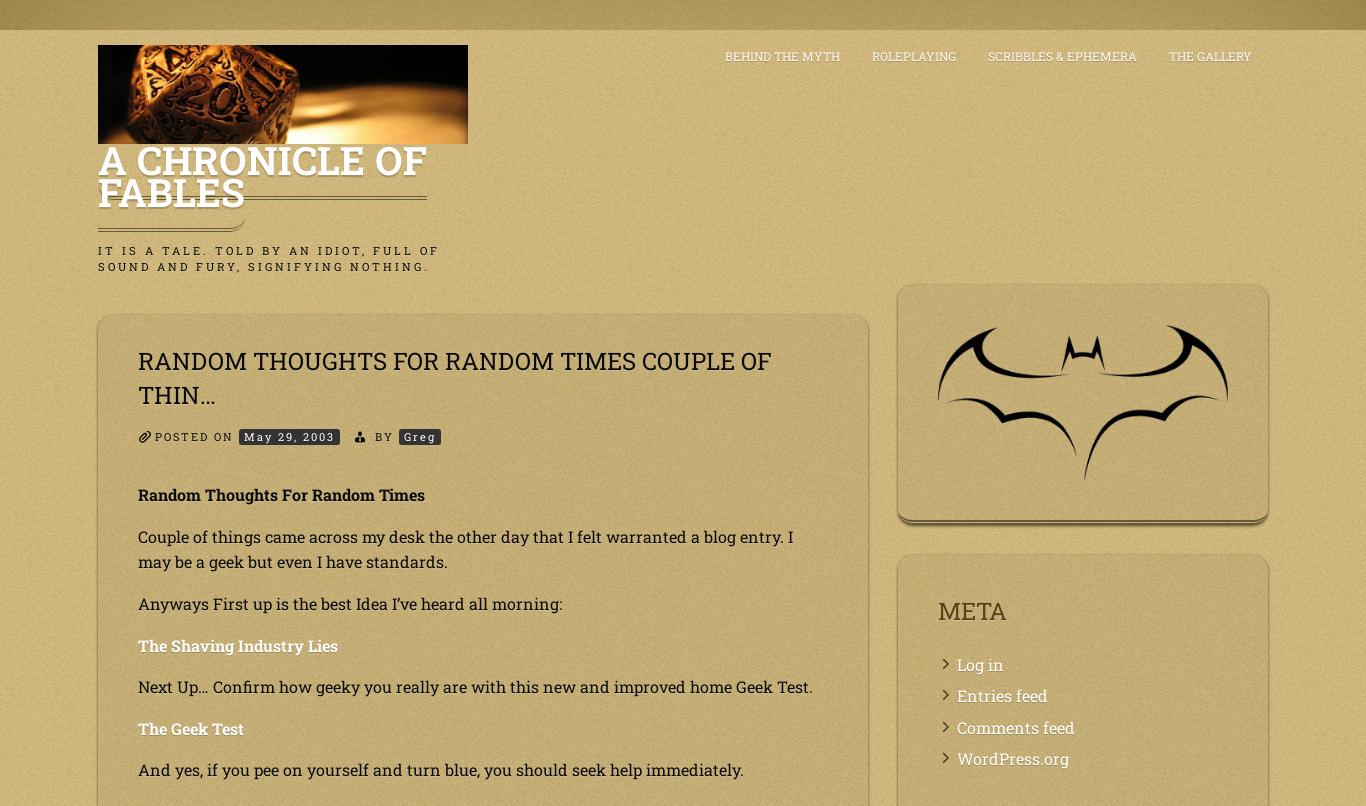 This screenshot has height=806, width=1366. I want to click on 'Random Thoughts For Random Times', so click(281, 493).